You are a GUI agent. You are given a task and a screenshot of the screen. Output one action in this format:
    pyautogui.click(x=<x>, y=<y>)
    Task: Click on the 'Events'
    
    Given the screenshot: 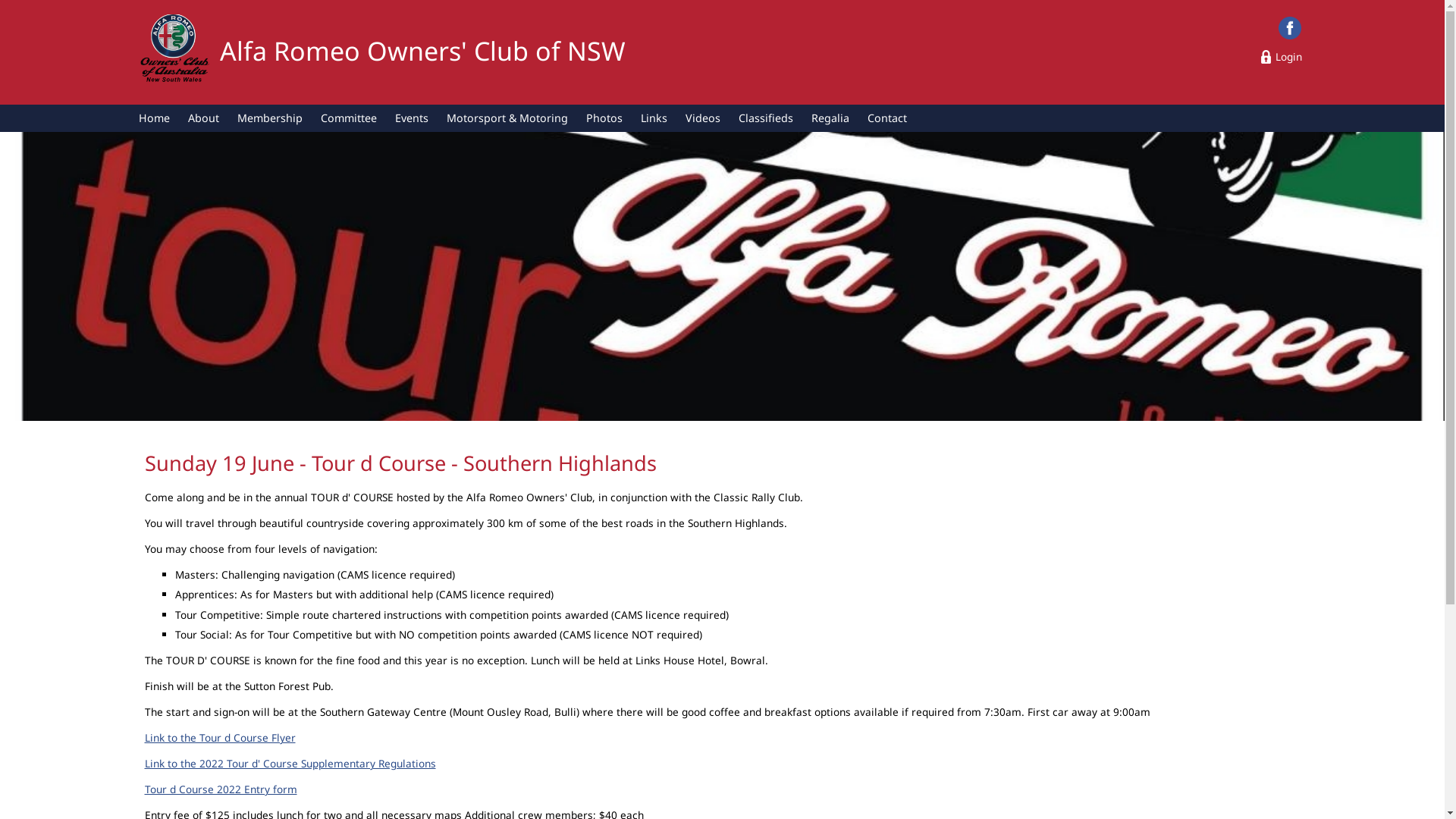 What is the action you would take?
    pyautogui.click(x=411, y=117)
    